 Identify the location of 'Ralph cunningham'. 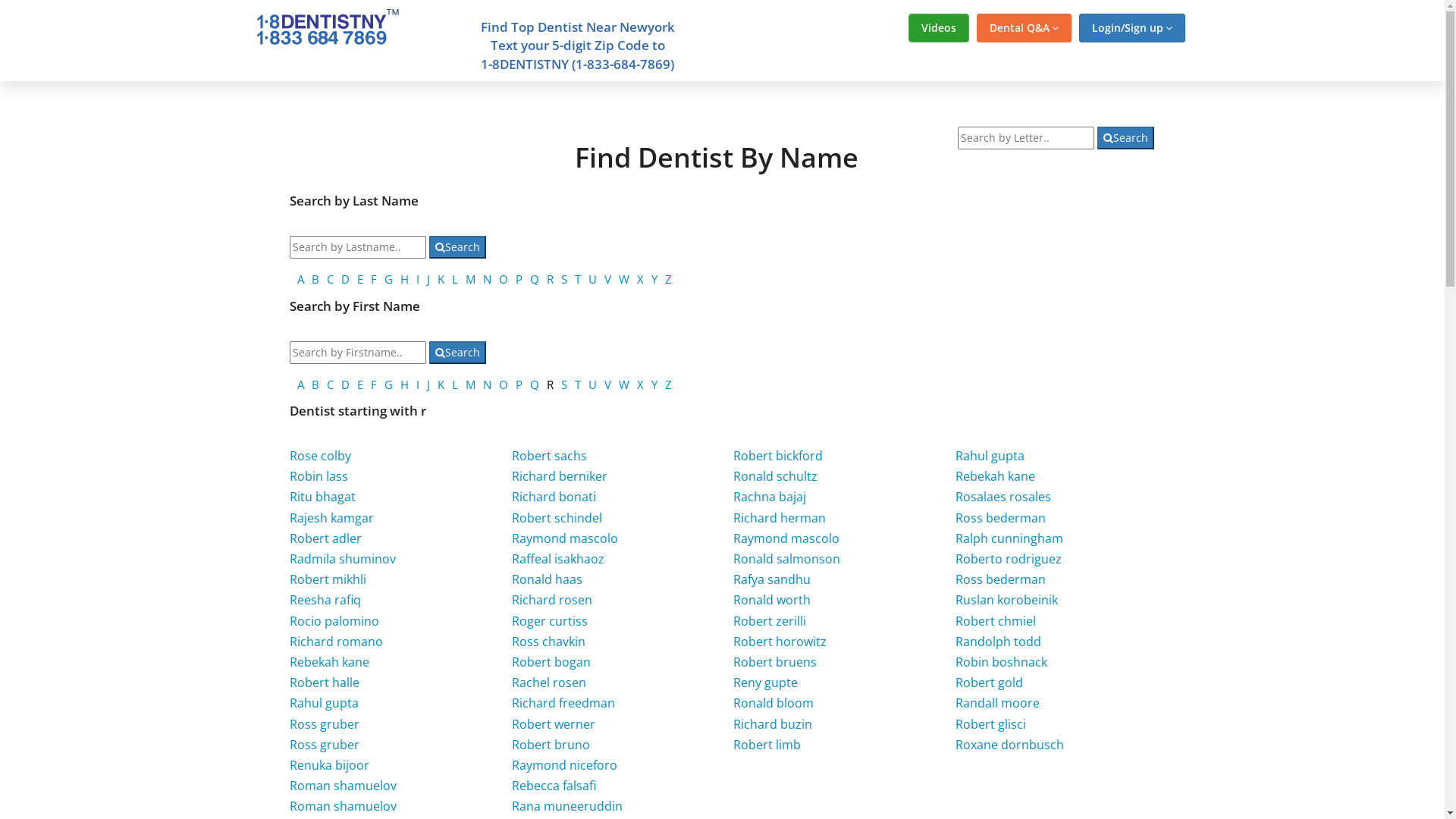
(1009, 537).